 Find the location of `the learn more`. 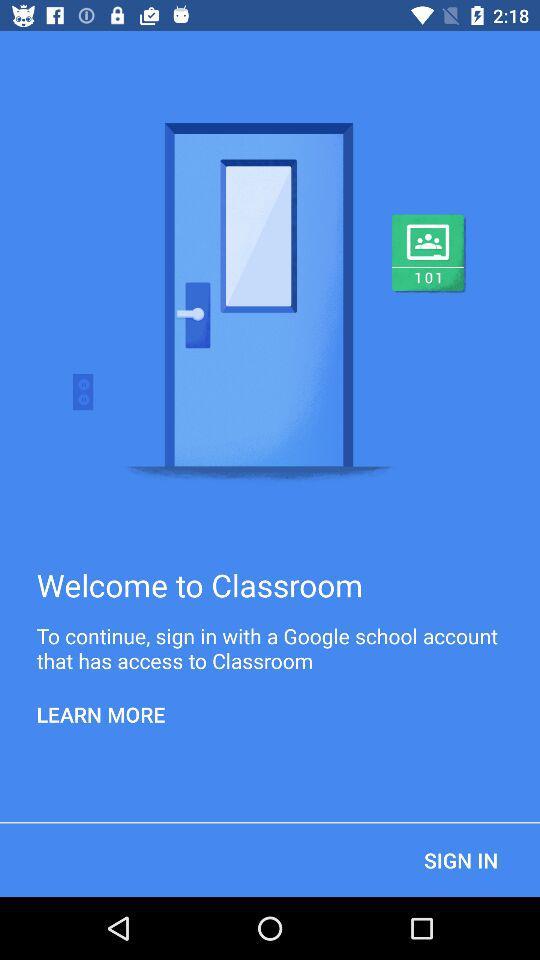

the learn more is located at coordinates (100, 714).